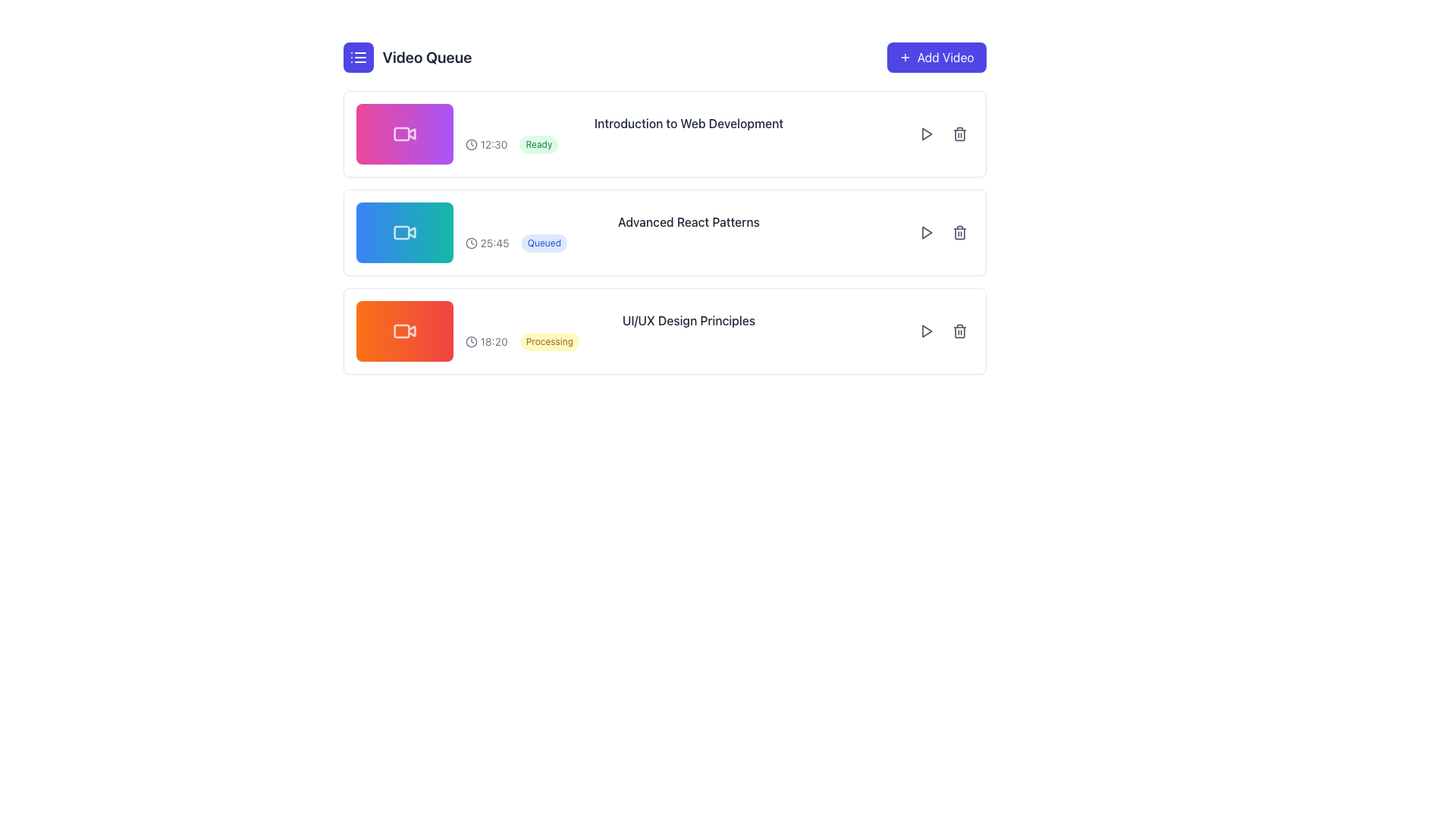  What do you see at coordinates (401, 133) in the screenshot?
I see `the inner rectangular icon component located within the video camera icon for the first item in the list titled 'Introduction to Web Development.'` at bounding box center [401, 133].